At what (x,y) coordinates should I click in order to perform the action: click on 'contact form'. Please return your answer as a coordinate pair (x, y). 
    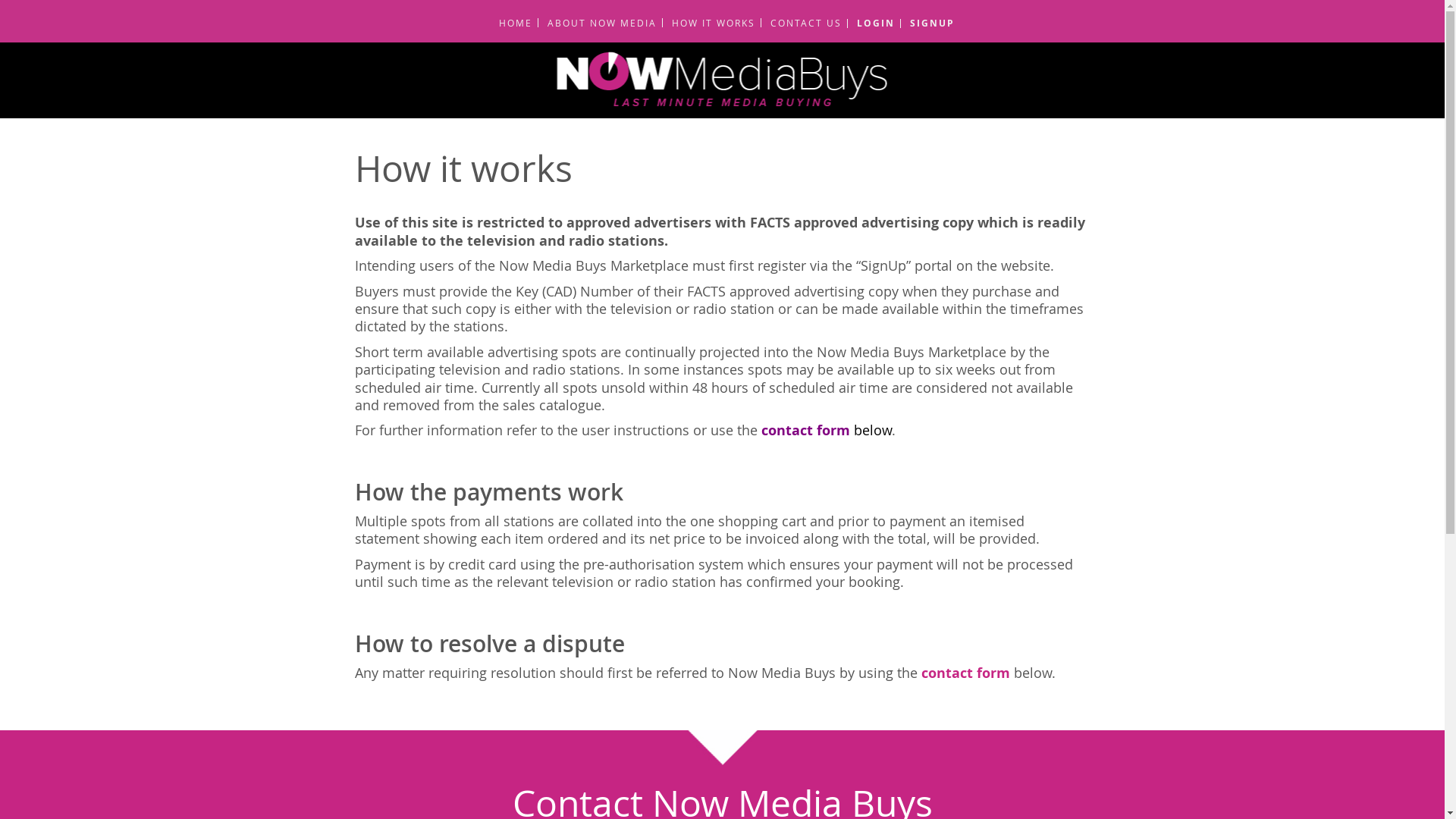
    Looking at the image, I should click on (964, 672).